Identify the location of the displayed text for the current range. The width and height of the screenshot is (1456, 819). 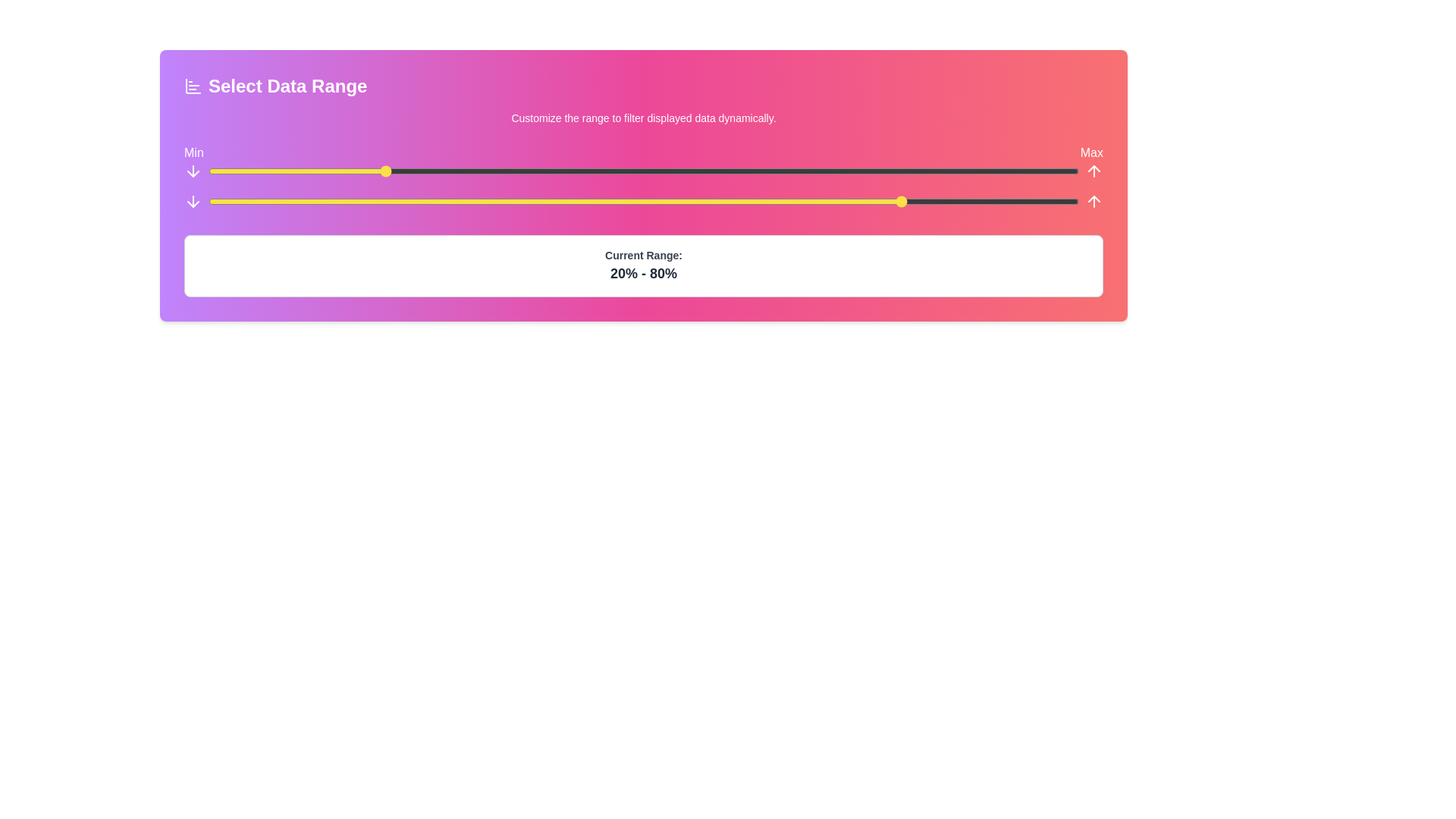
(644, 274).